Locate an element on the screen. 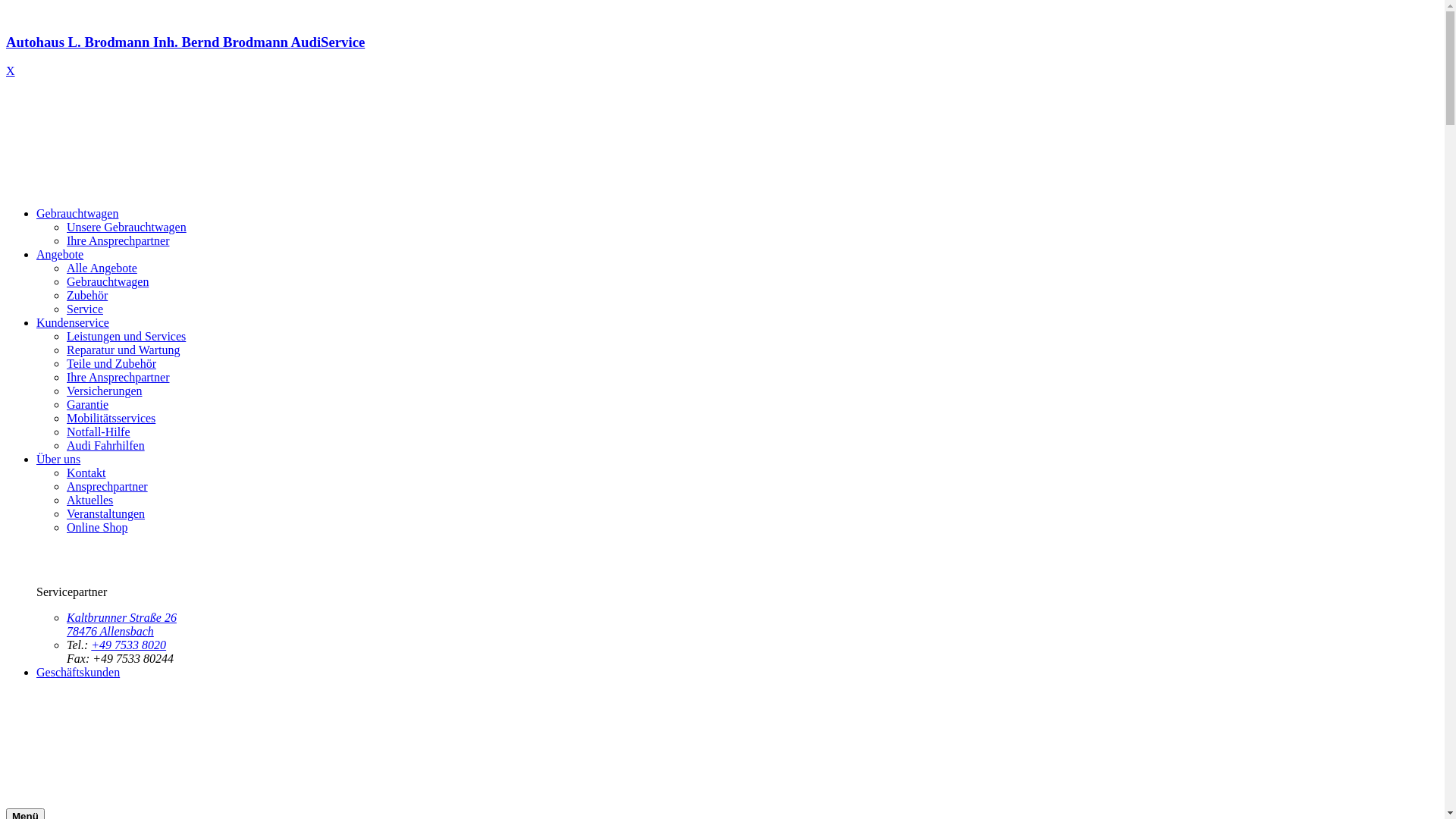 Image resolution: width=1456 pixels, height=819 pixels. 'Online Shop' is located at coordinates (96, 526).